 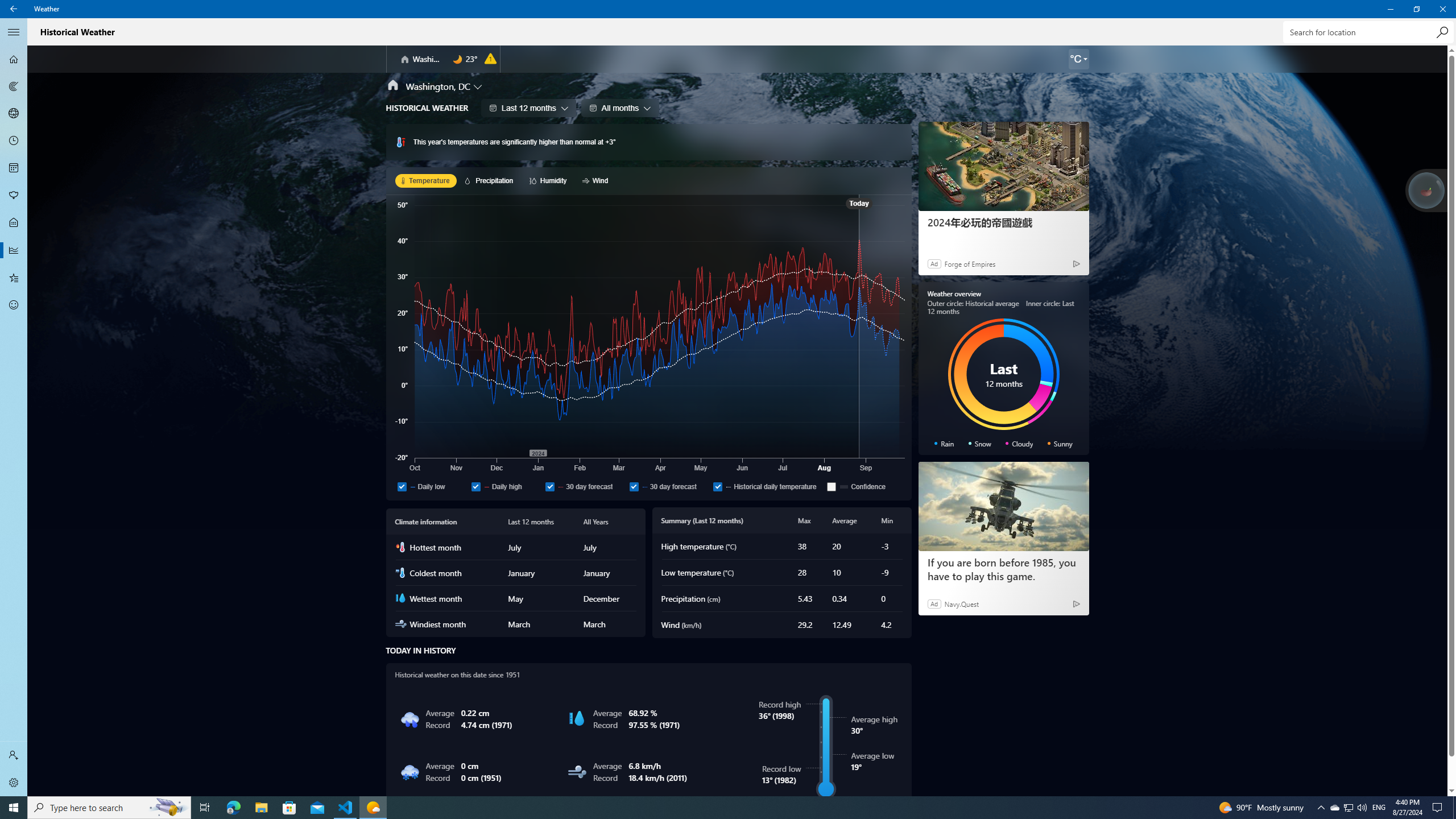 I want to click on 'Send Feedback - Not Selected', so click(x=14, y=305).